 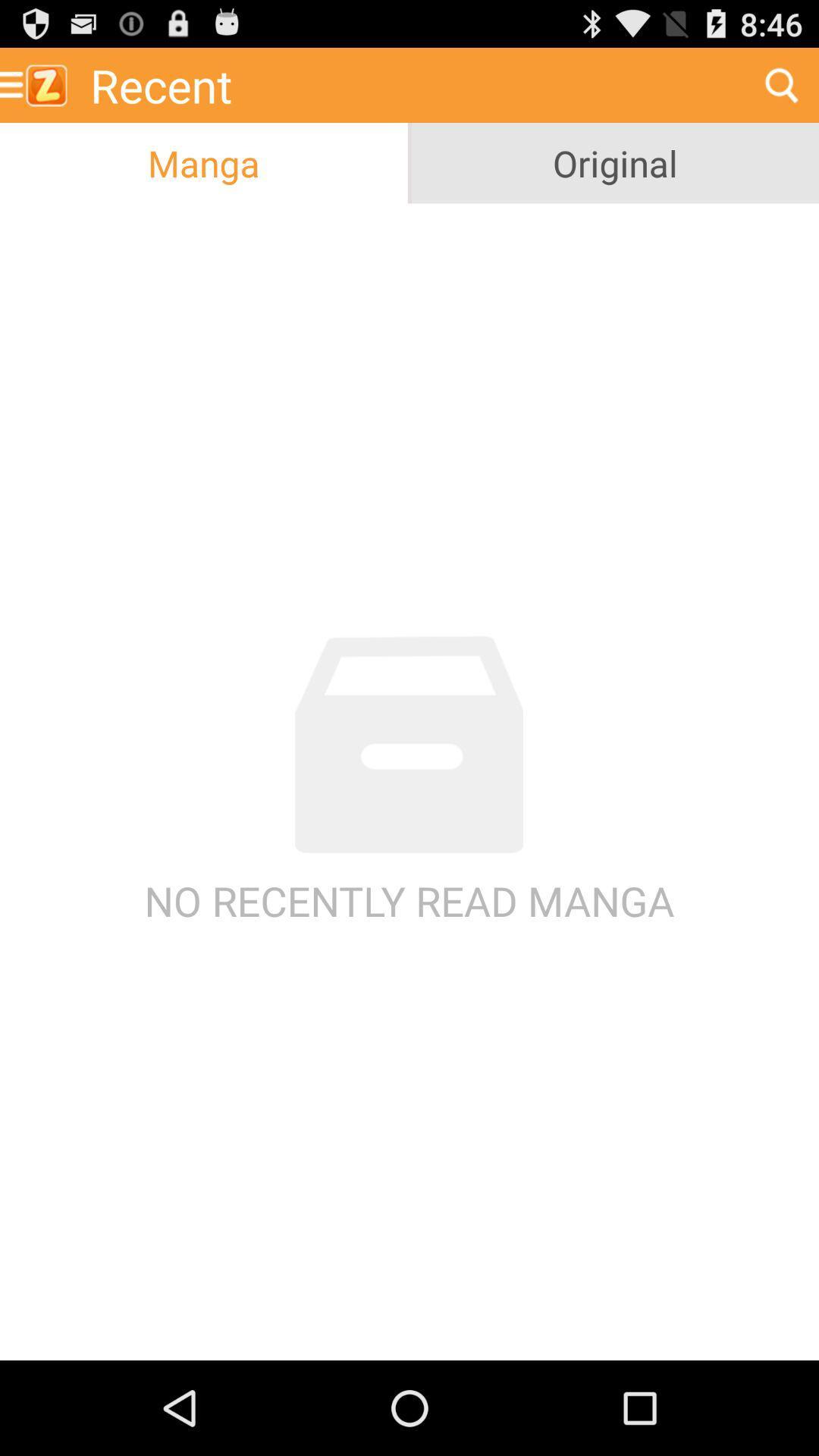 I want to click on radio button above original item, so click(x=781, y=84).